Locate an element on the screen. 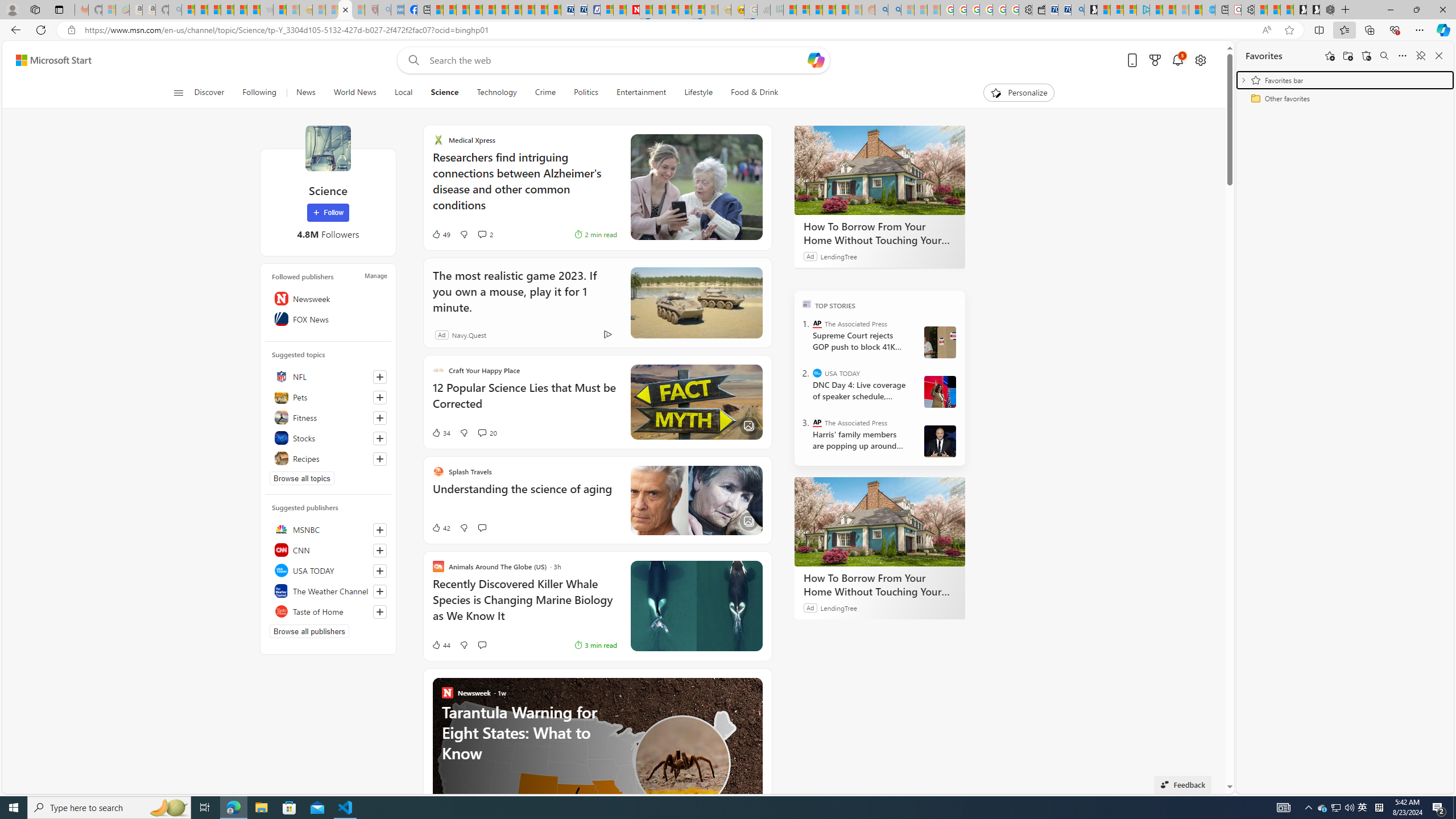  'Unpin favorites' is located at coordinates (1420, 55).